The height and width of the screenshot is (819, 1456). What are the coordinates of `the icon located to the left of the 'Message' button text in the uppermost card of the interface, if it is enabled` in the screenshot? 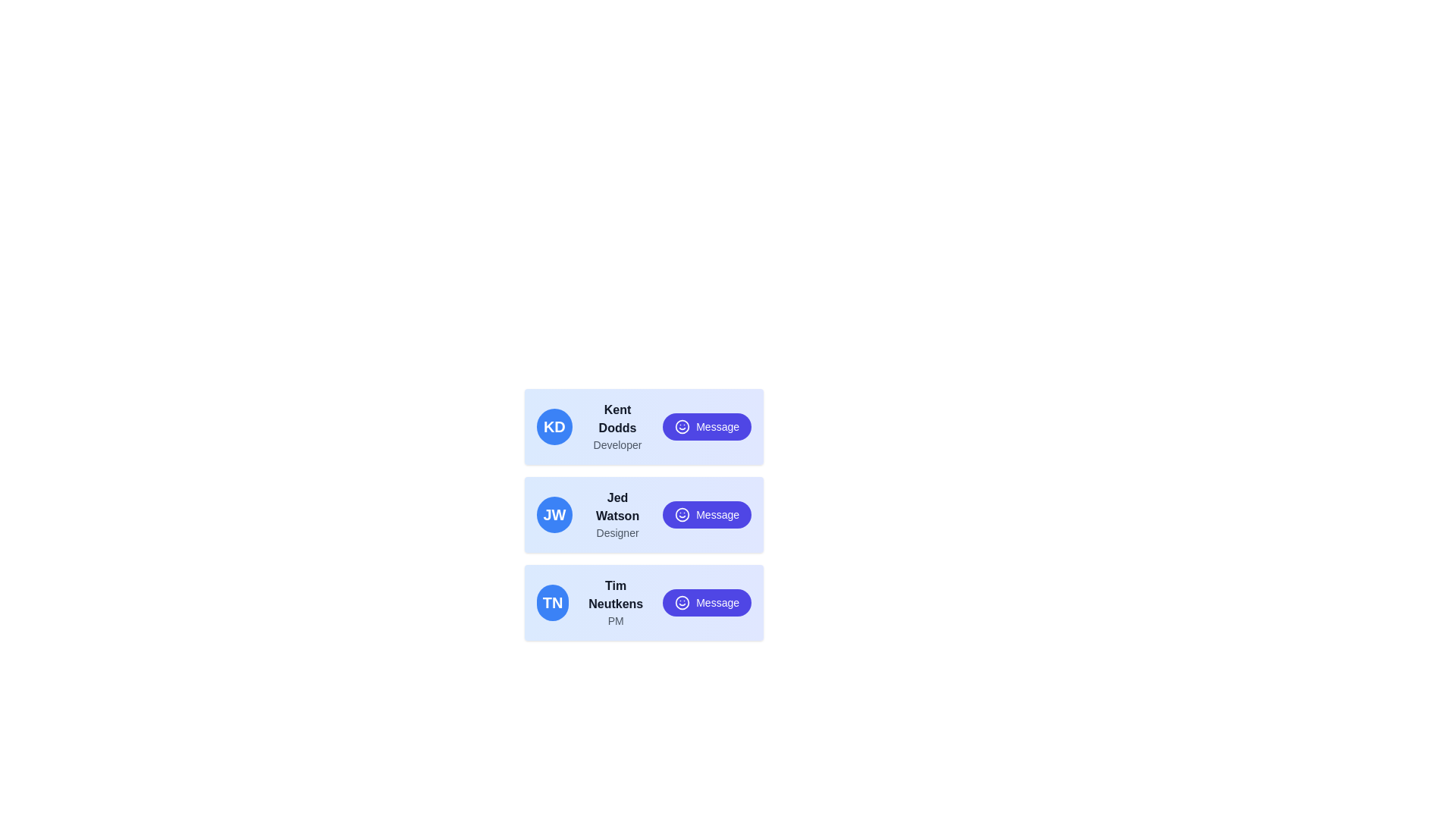 It's located at (682, 427).